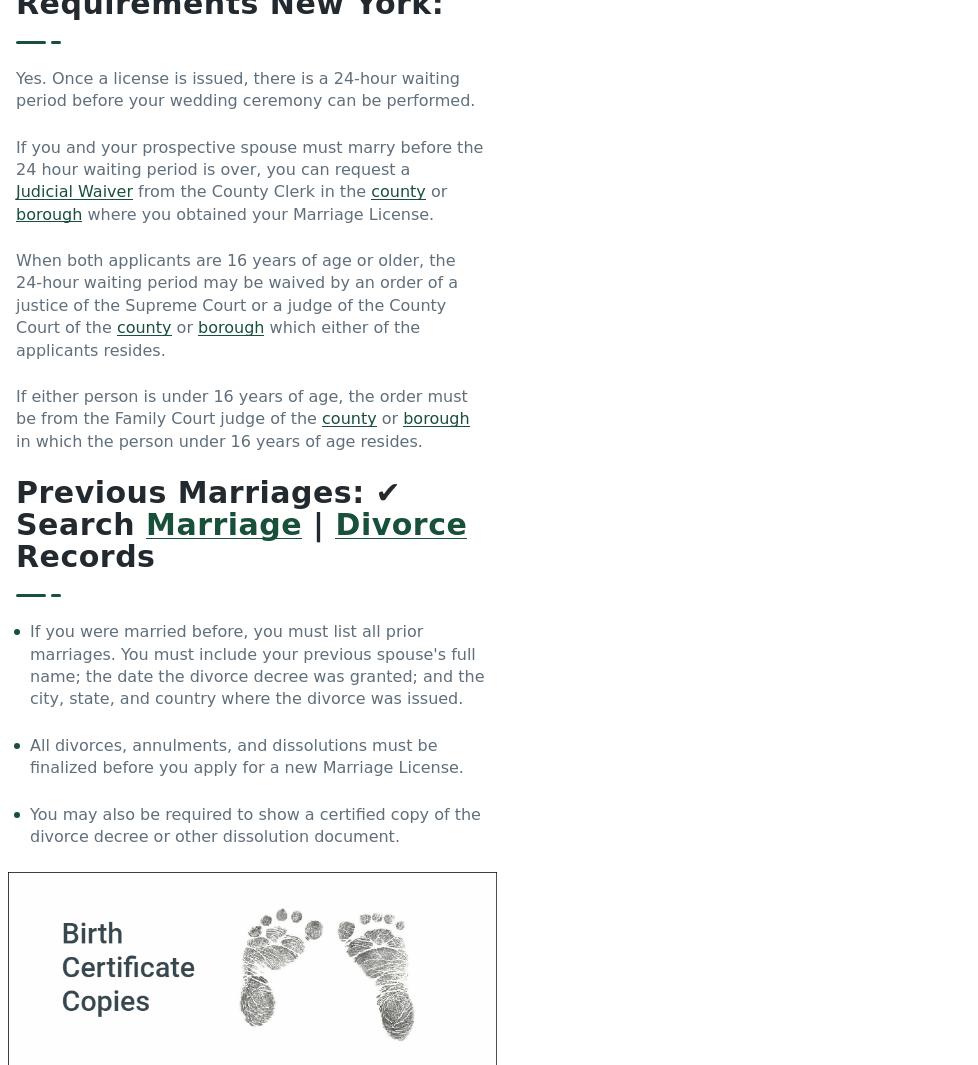  Describe the element at coordinates (16, 88) in the screenshot. I see `'Yes. Once a license is issued, there is a 24-hour waiting period before your wedding ceremony can be performed.'` at that location.